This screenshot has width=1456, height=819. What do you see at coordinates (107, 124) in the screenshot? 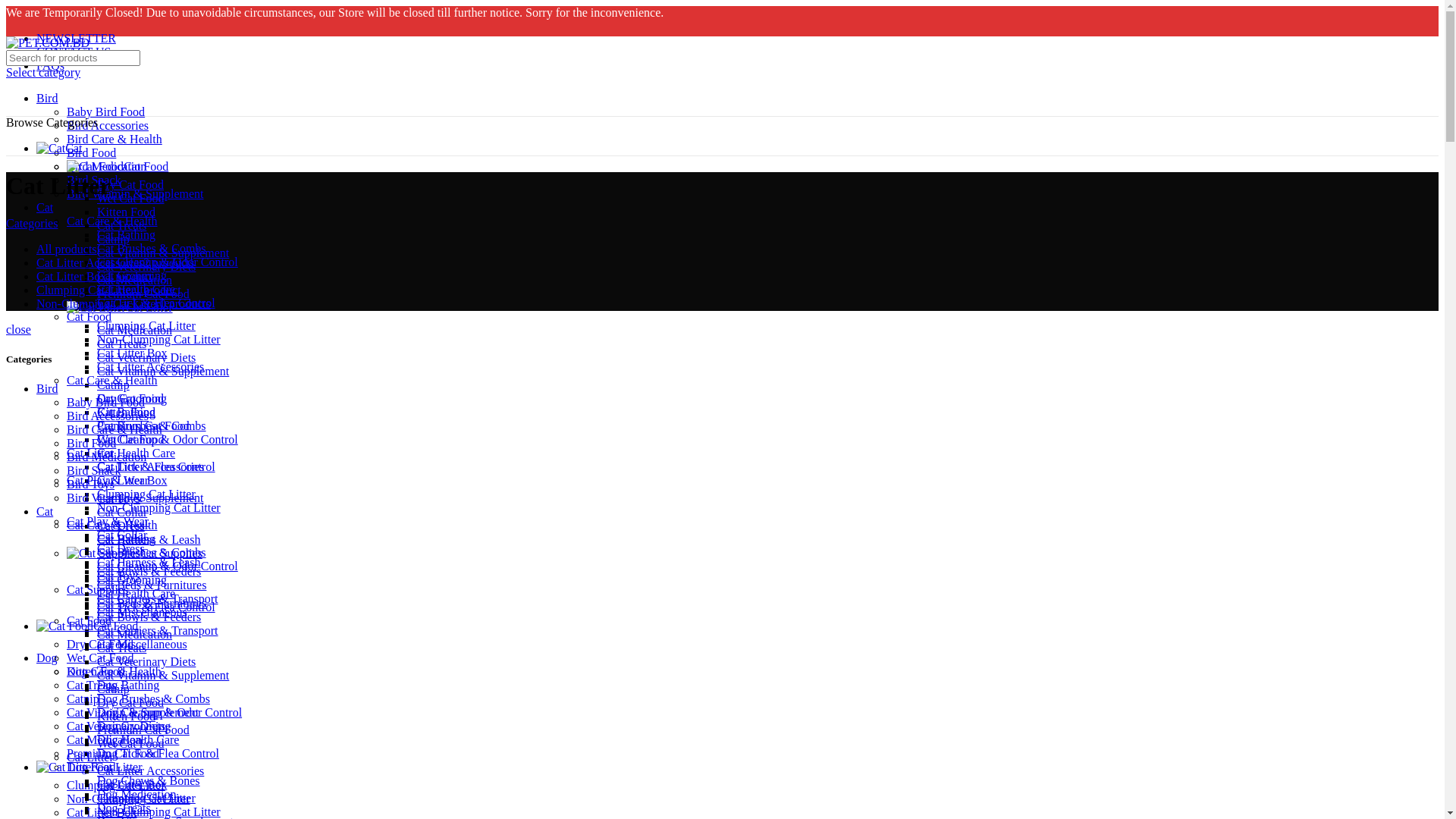
I see `'Bird Accessories'` at bounding box center [107, 124].